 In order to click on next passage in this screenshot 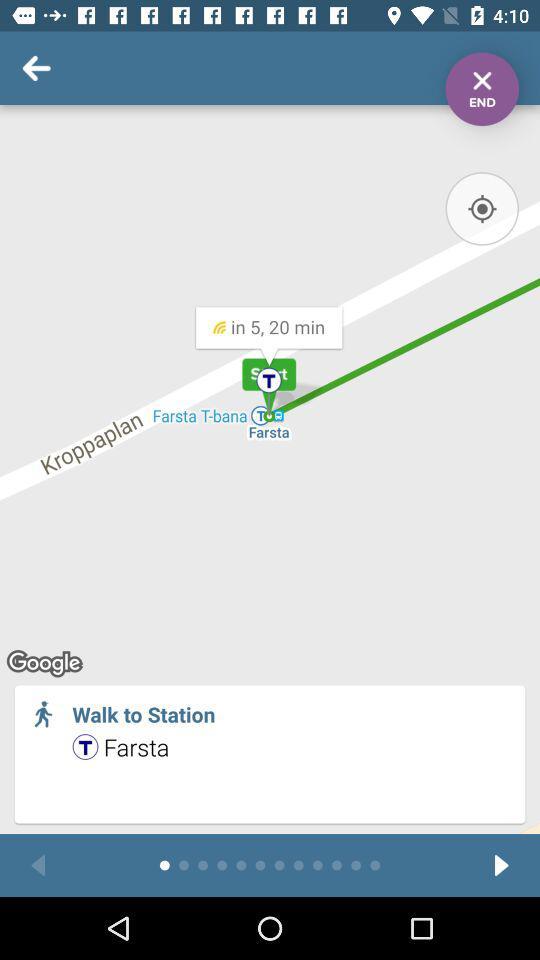, I will do `click(500, 864)`.